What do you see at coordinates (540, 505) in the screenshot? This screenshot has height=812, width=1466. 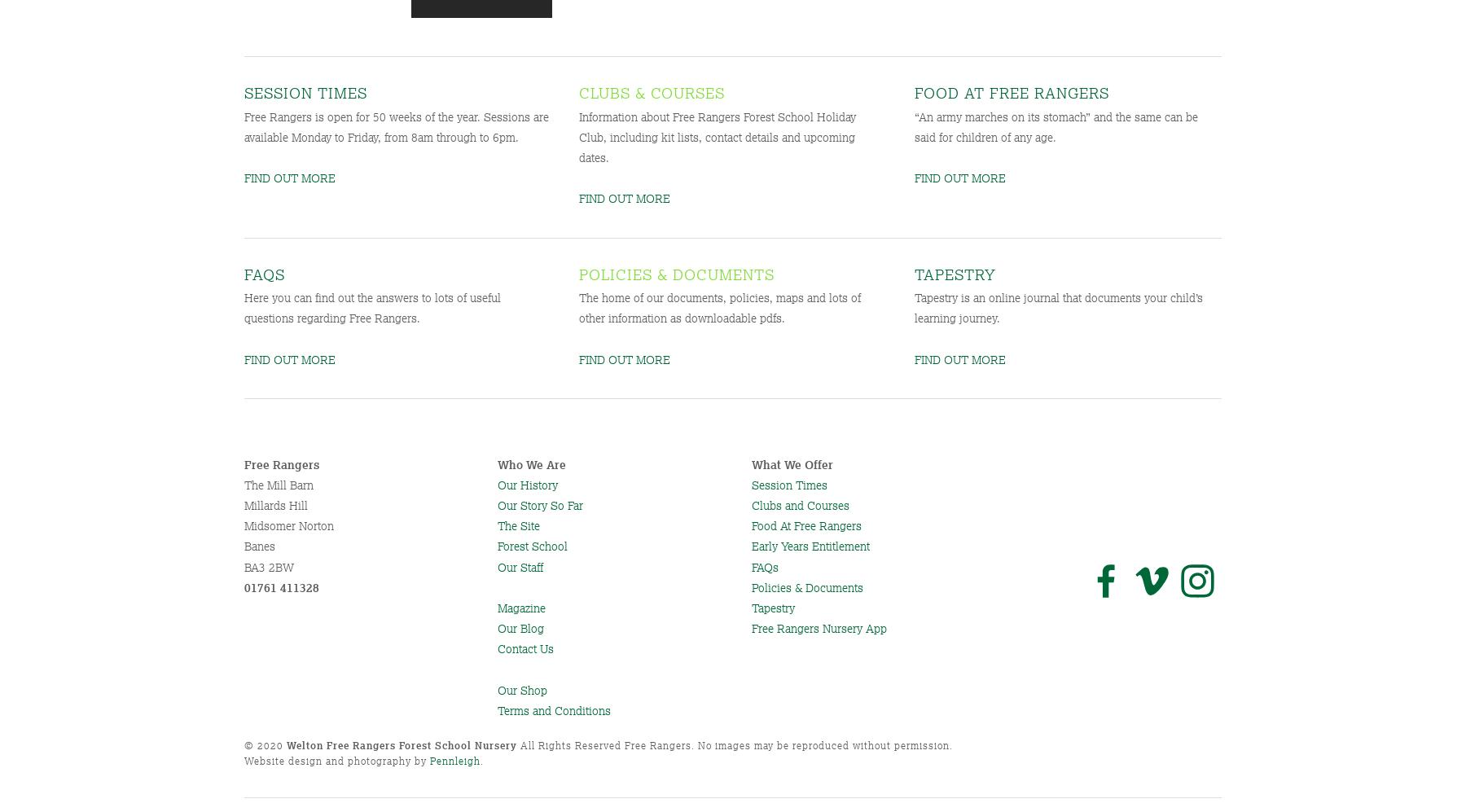 I see `'Our Story So Far'` at bounding box center [540, 505].